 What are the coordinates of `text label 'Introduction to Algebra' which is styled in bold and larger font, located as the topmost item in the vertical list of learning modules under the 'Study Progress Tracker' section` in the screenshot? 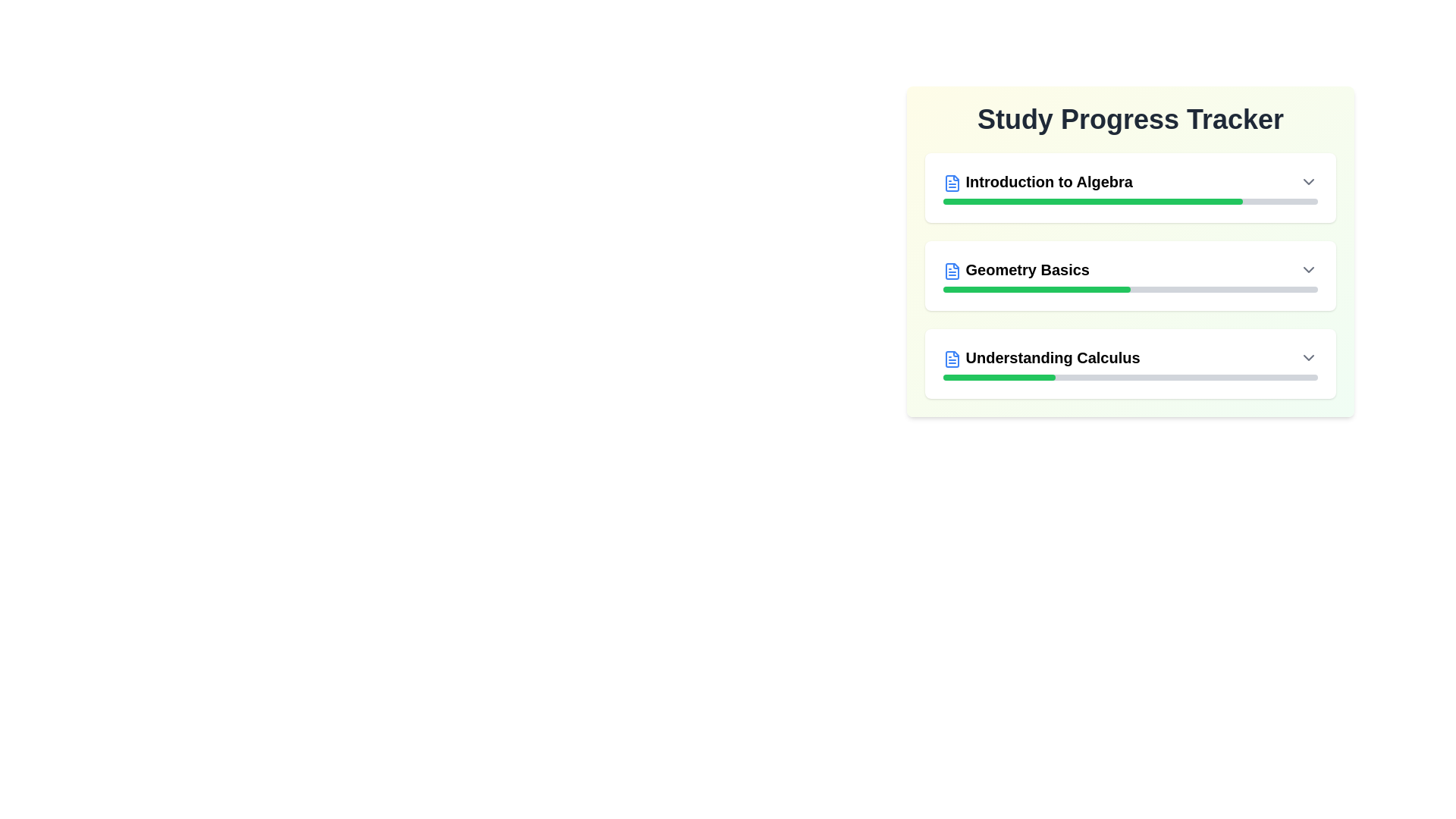 It's located at (1037, 180).